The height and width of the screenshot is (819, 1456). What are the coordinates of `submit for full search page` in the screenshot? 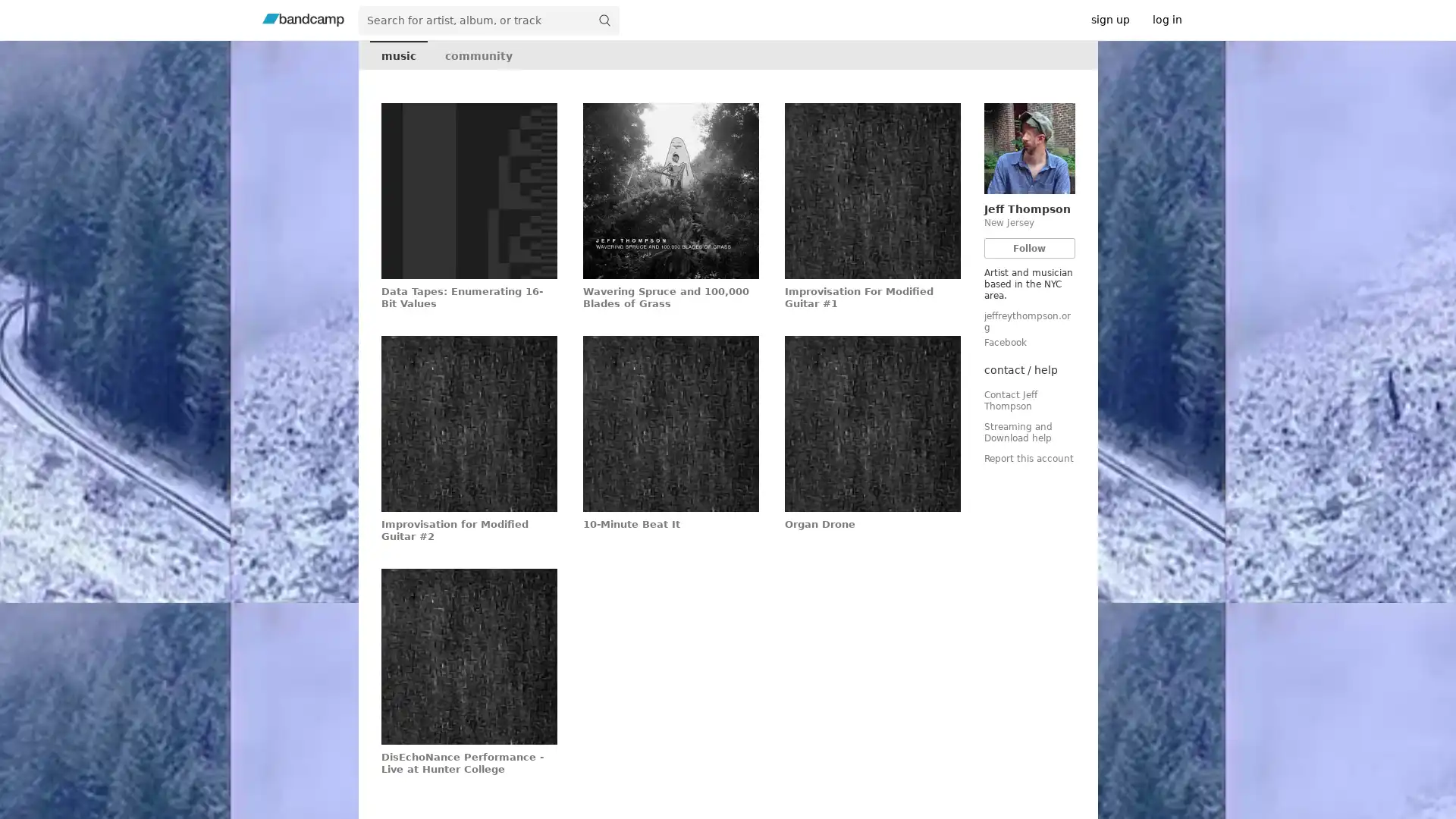 It's located at (603, 20).